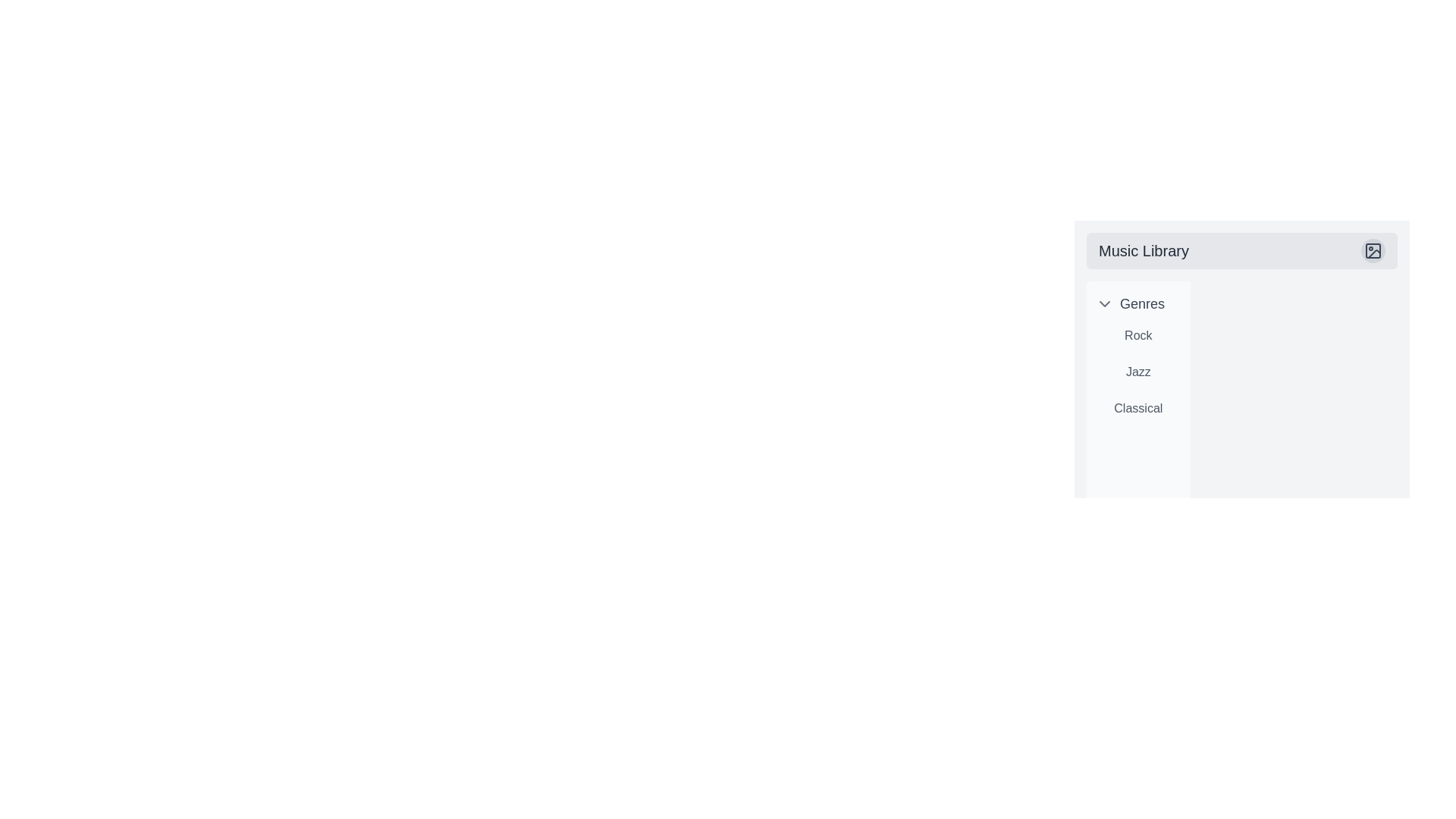 The image size is (1456, 819). What do you see at coordinates (1373, 250) in the screenshot?
I see `the largest rectangular shape with rounded corners located inside the SVG icon group in the top-right corner of the 'Music Library' header area` at bounding box center [1373, 250].